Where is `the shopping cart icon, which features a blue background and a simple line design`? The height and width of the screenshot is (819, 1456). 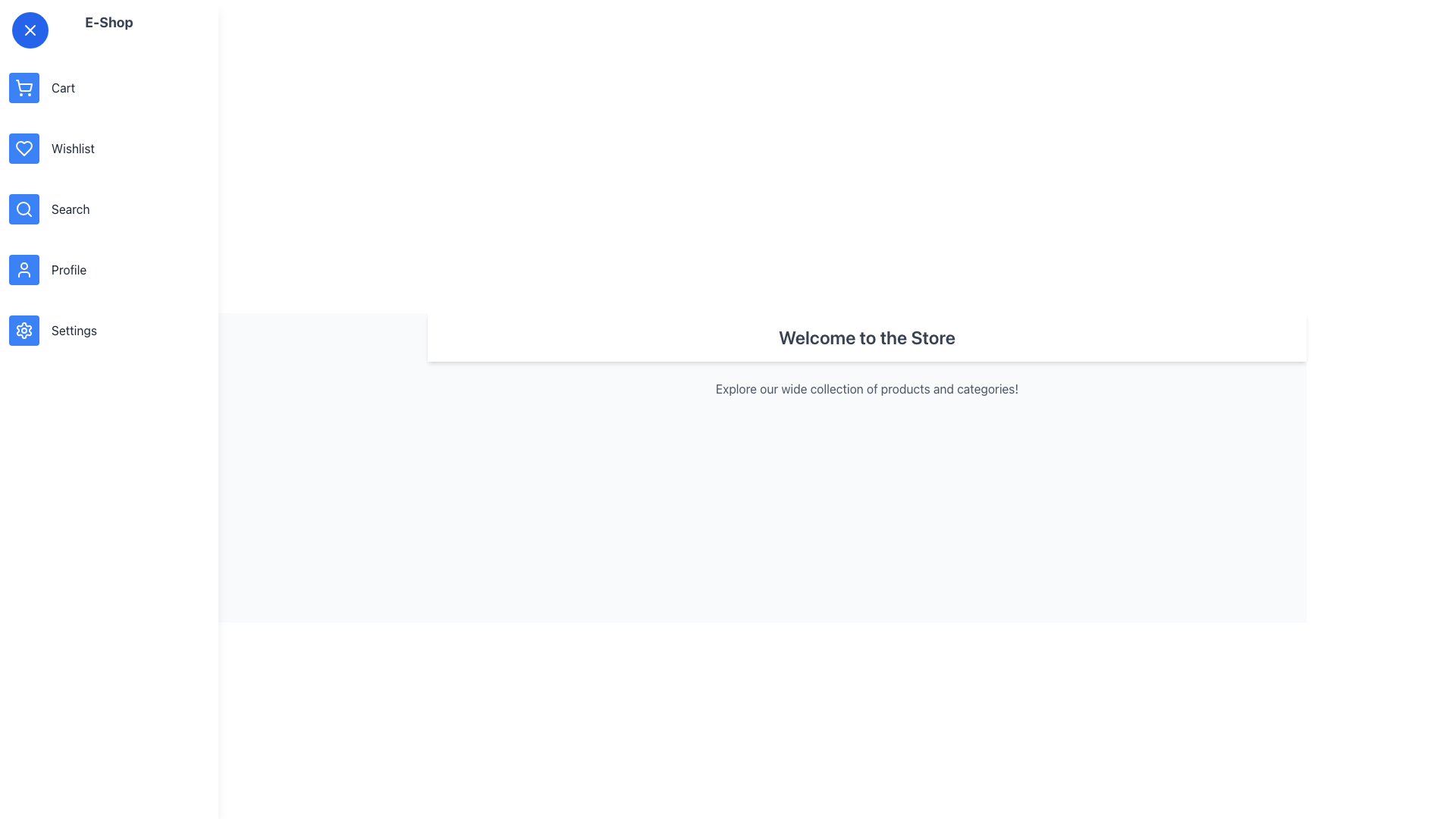
the shopping cart icon, which features a blue background and a simple line design is located at coordinates (24, 87).